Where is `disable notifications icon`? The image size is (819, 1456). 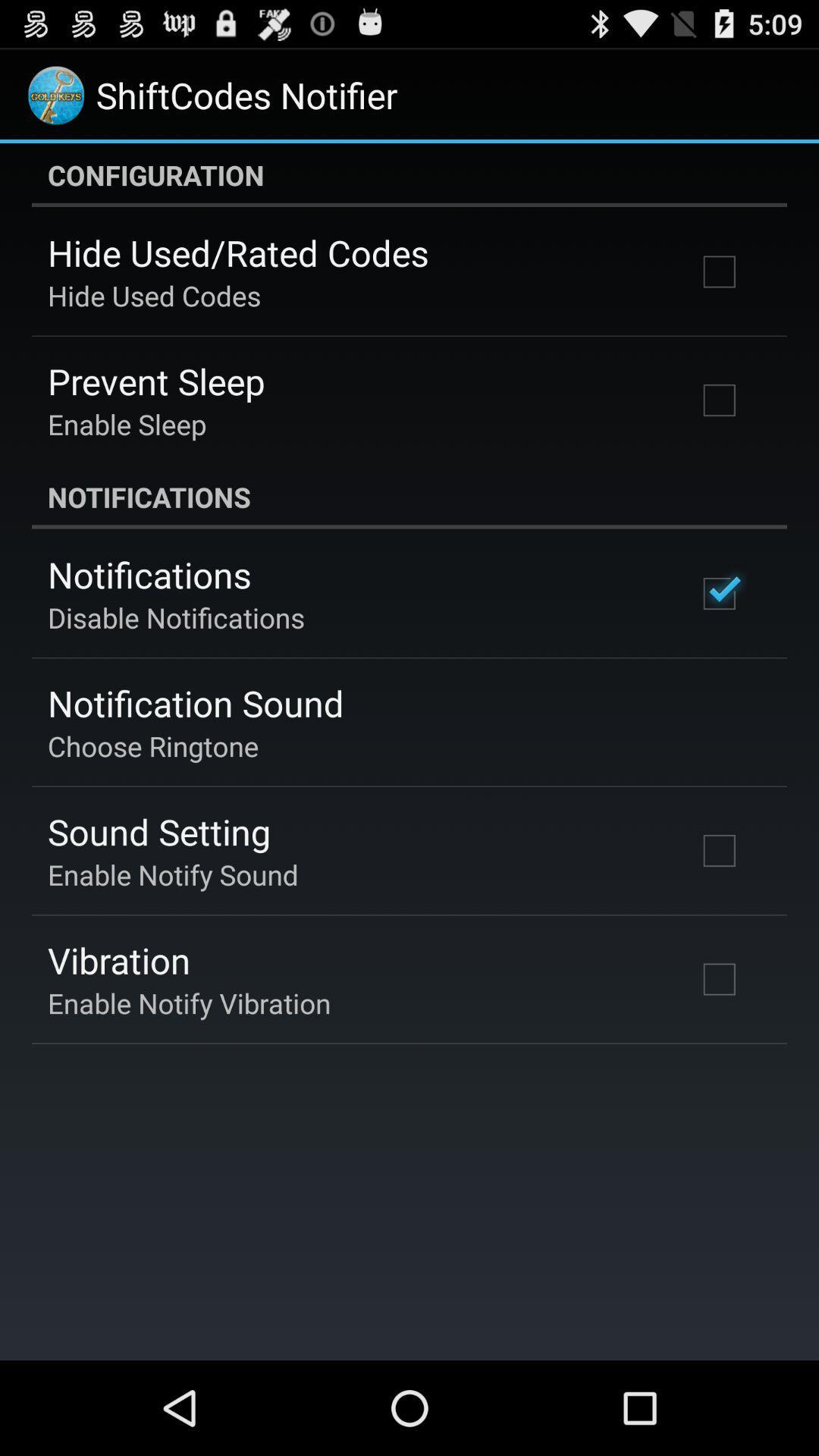 disable notifications icon is located at coordinates (175, 617).